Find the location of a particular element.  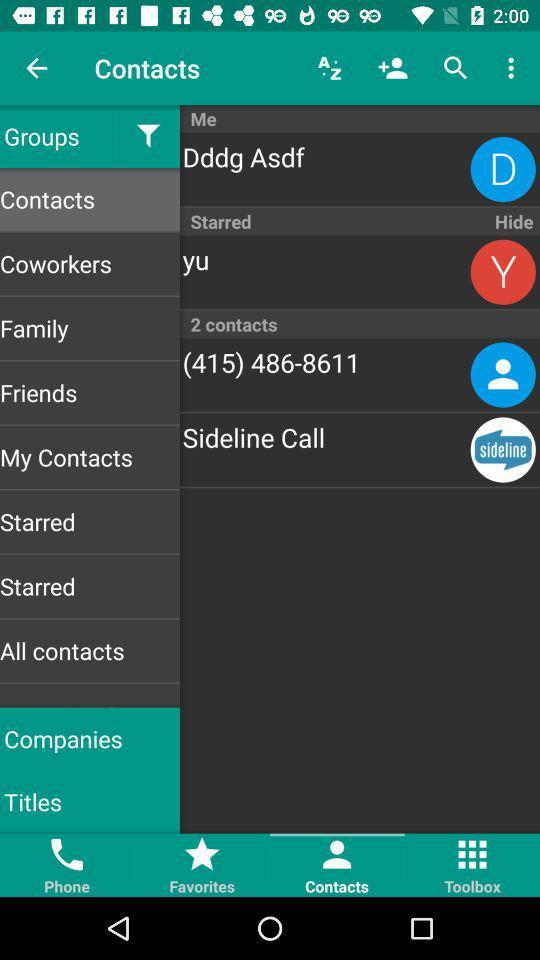

the filter icon is located at coordinates (147, 135).